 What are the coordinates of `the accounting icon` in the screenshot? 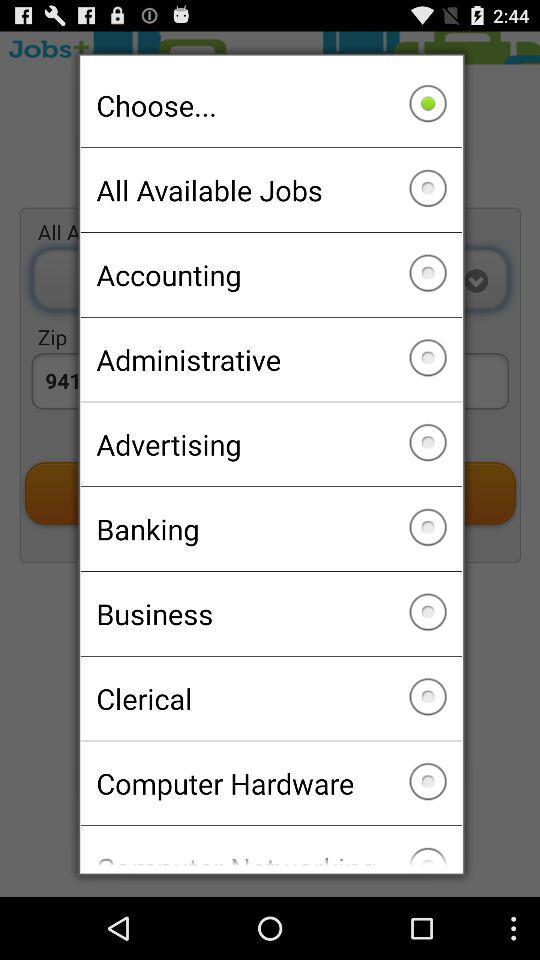 It's located at (270, 273).